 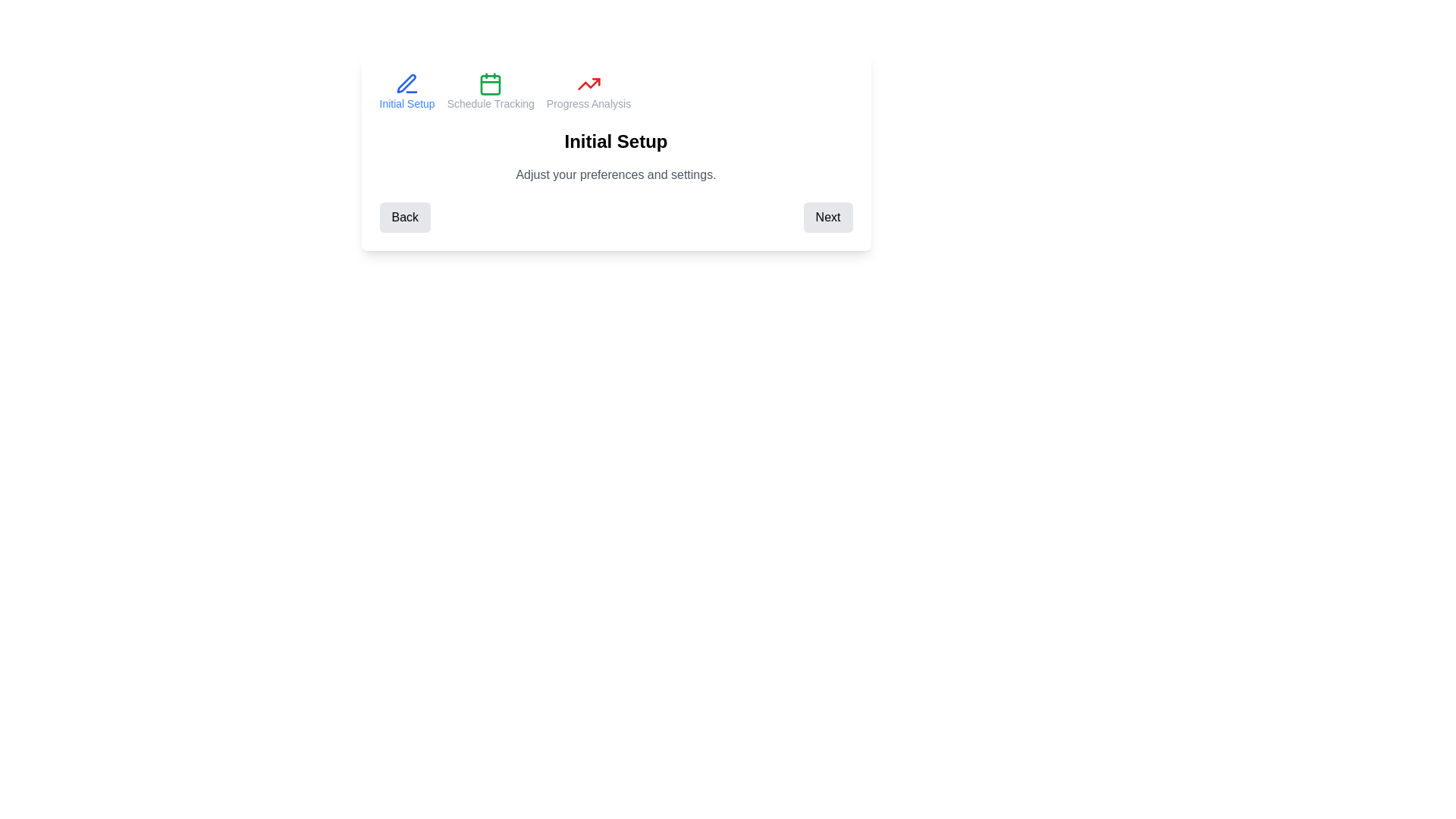 What do you see at coordinates (407, 91) in the screenshot?
I see `the milestone icon for Initial Setup` at bounding box center [407, 91].